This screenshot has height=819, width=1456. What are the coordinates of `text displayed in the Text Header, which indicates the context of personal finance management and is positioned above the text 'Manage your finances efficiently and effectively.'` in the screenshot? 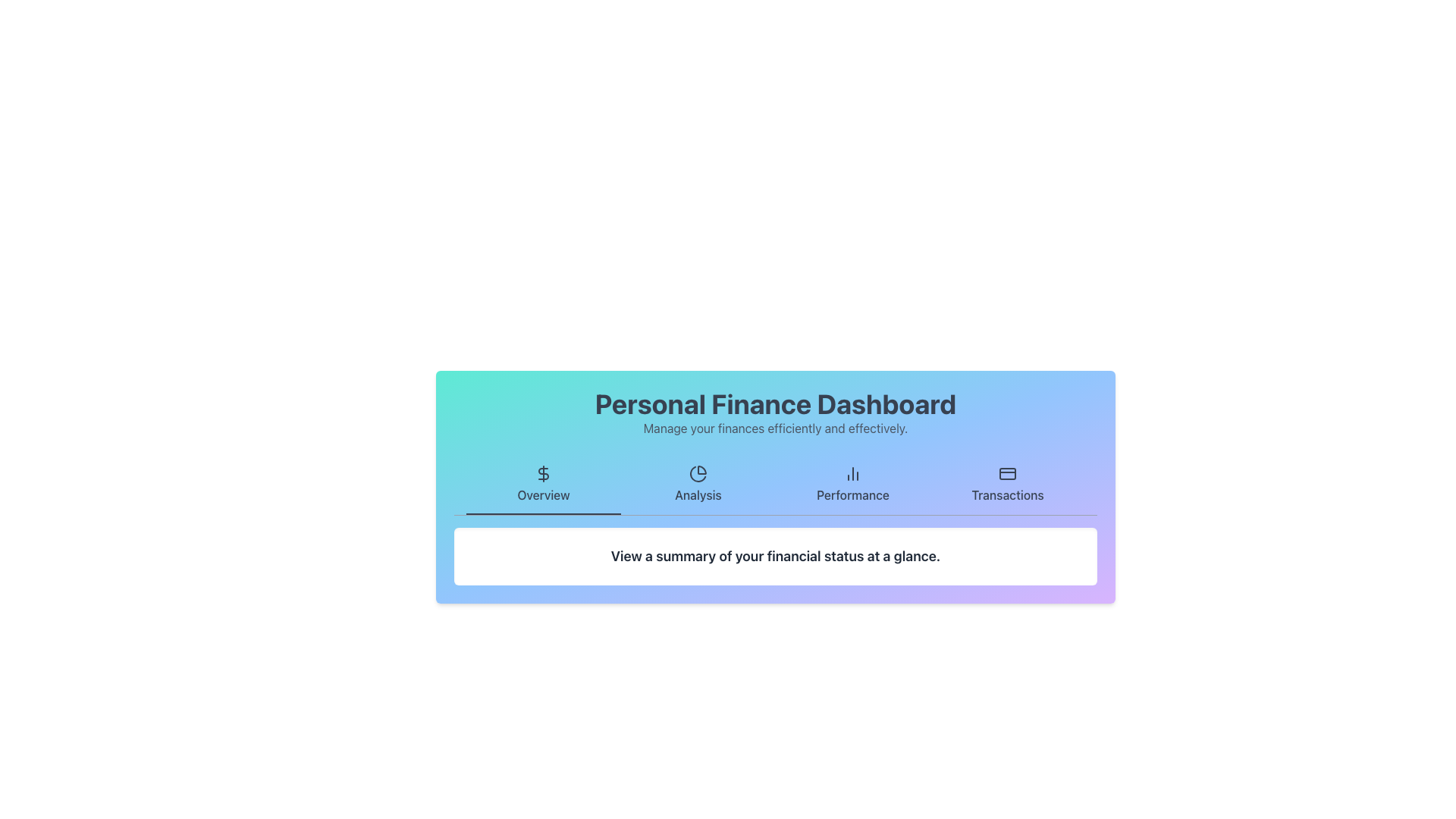 It's located at (775, 403).